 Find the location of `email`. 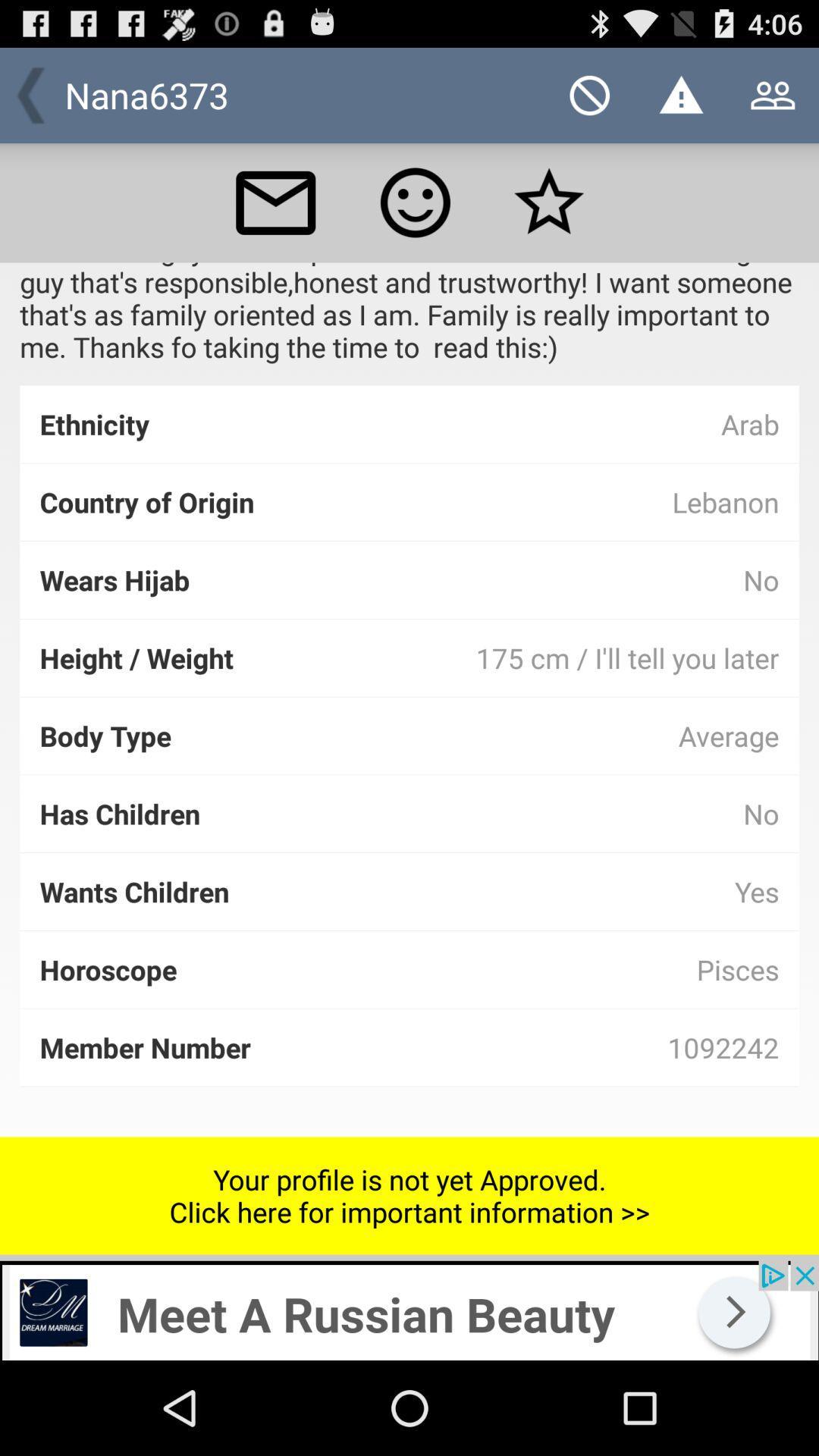

email is located at coordinates (275, 202).